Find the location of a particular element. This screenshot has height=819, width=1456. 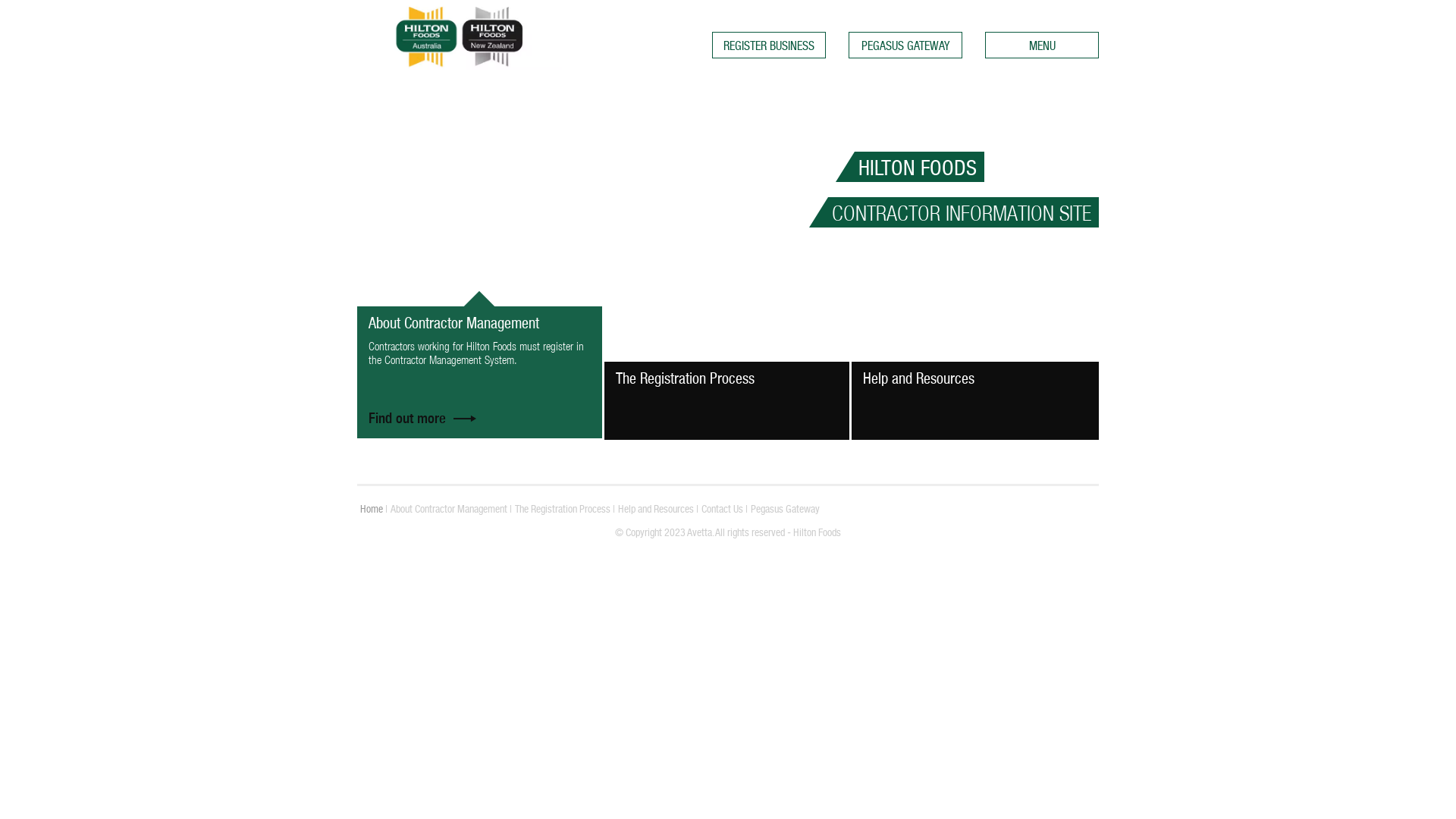

'Home' is located at coordinates (371, 509).